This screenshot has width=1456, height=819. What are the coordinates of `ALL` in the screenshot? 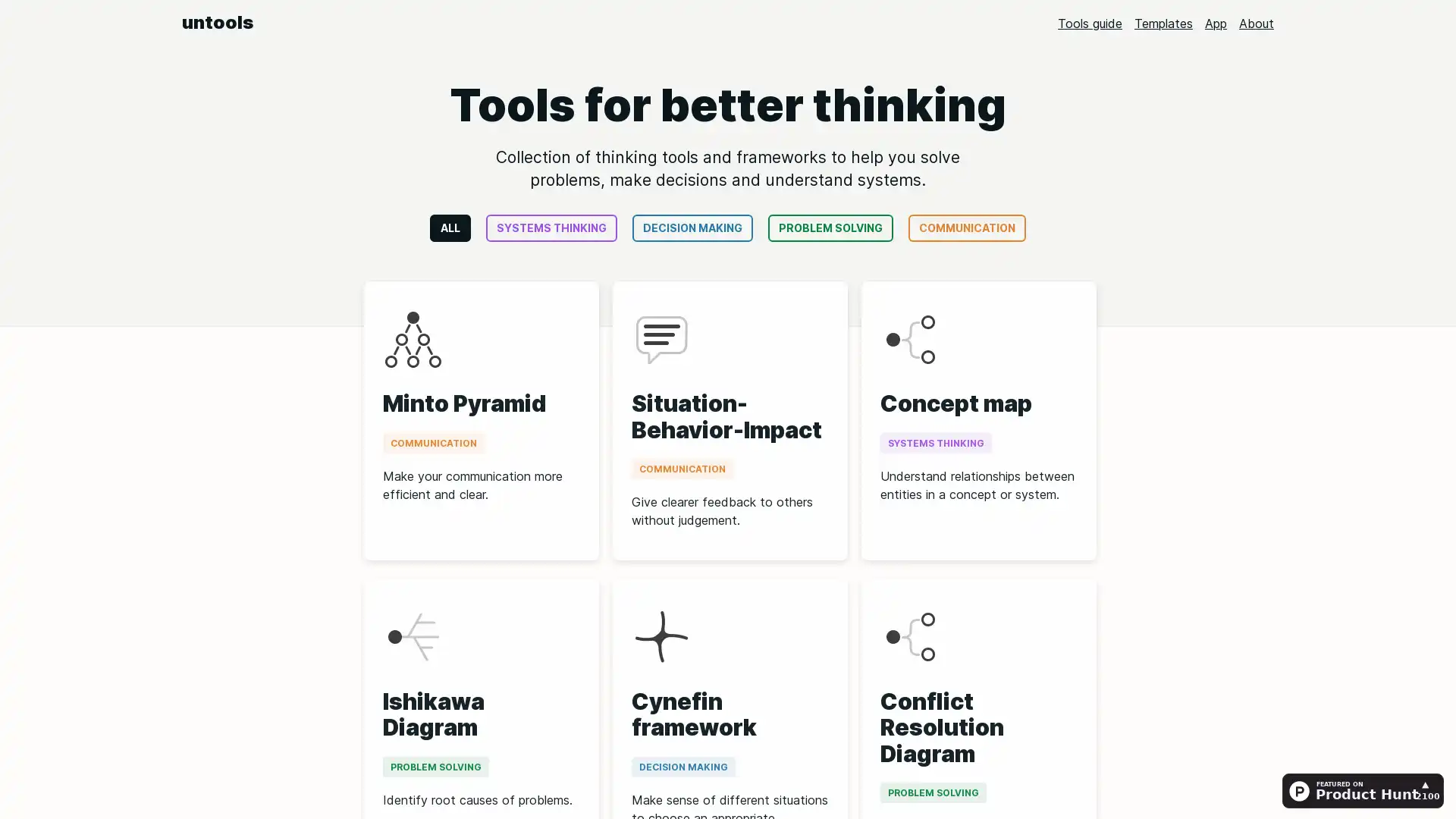 It's located at (450, 227).